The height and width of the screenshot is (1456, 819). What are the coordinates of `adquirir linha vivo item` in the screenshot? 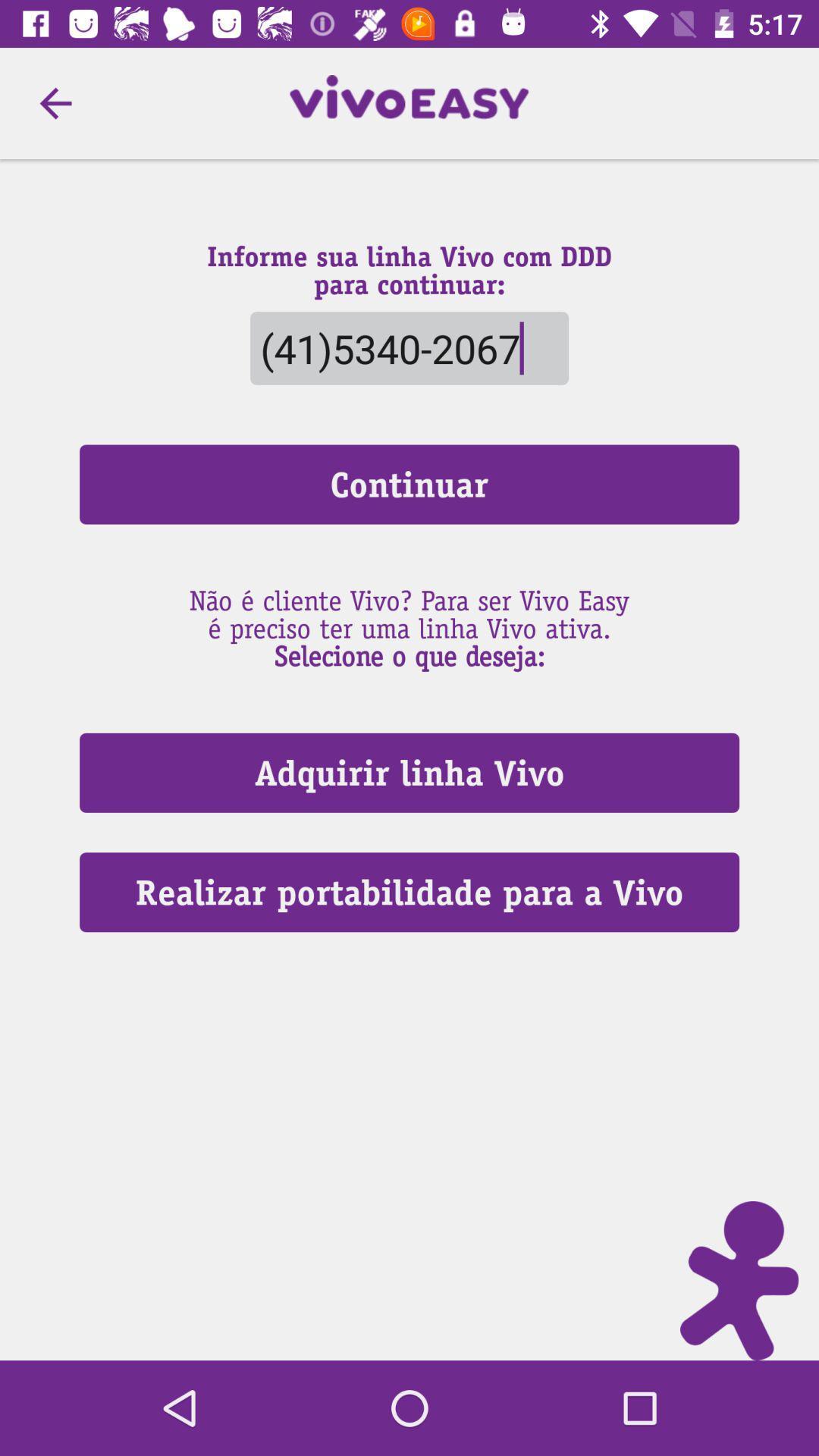 It's located at (409, 773).